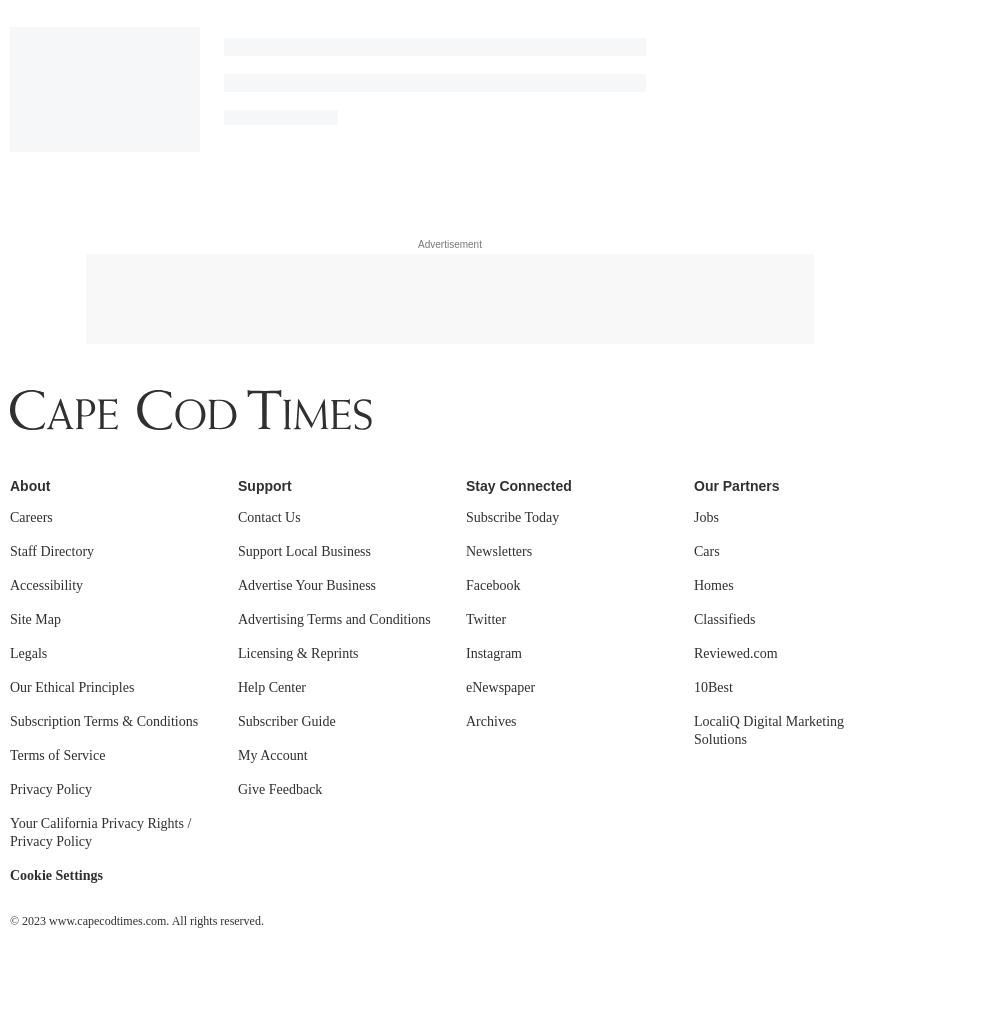 The image size is (1000, 1029). What do you see at coordinates (693, 93) in the screenshot?
I see `'Reviewed.com'` at bounding box center [693, 93].